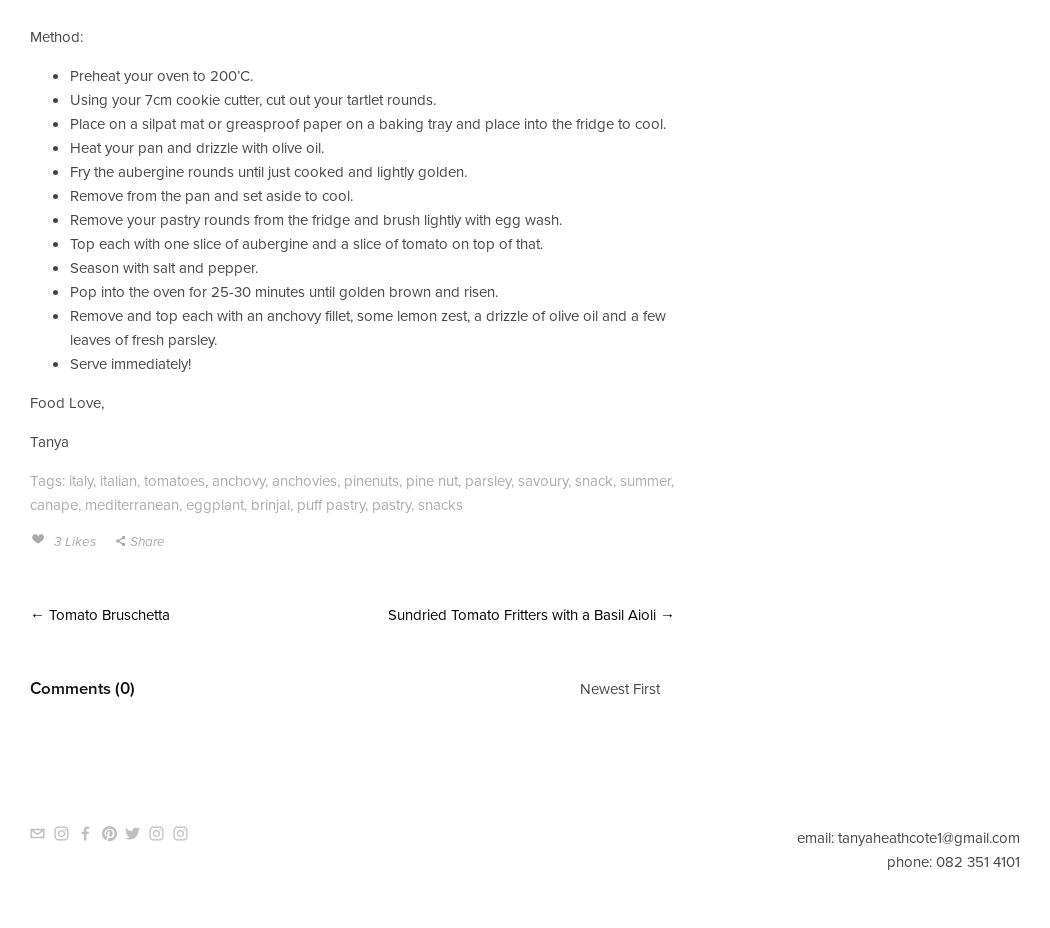 The width and height of the screenshot is (1050, 928). I want to click on 'puff pastry', so click(330, 502).